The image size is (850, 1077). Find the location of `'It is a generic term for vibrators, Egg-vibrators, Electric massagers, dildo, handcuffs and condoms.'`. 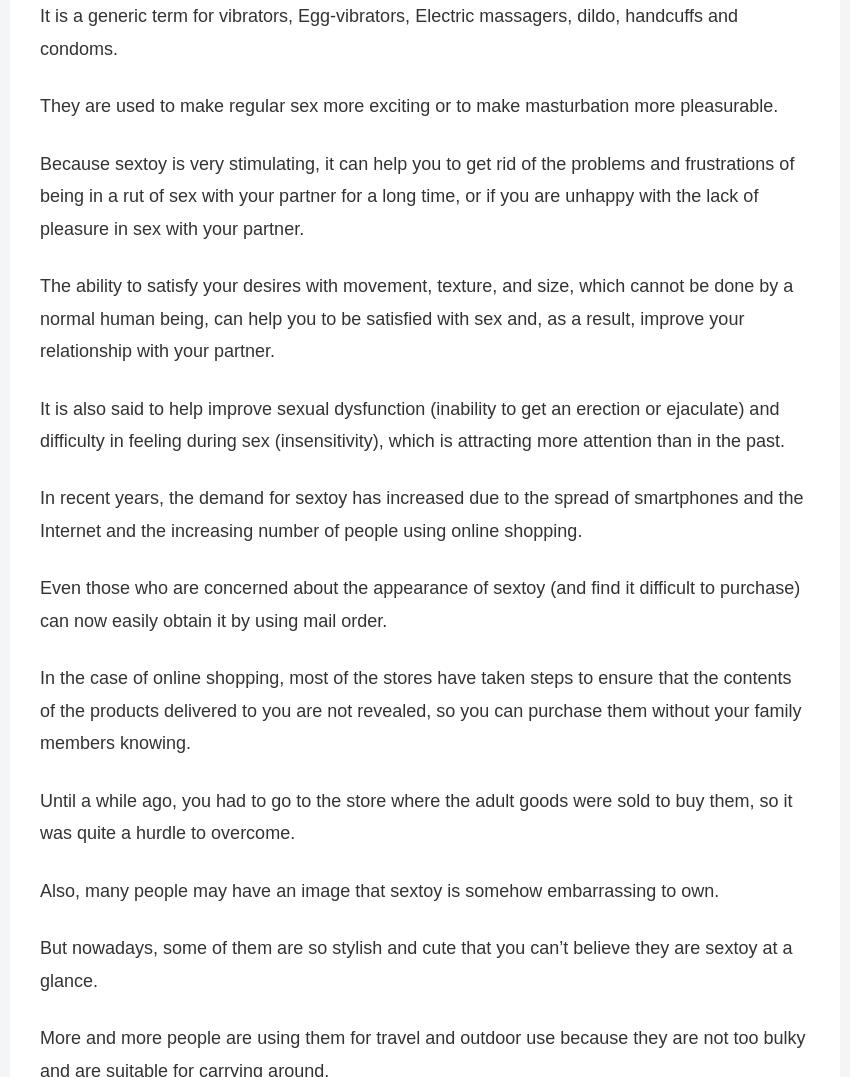

'It is a generic term for vibrators, Egg-vibrators, Electric massagers, dildo, handcuffs and condoms.' is located at coordinates (388, 30).